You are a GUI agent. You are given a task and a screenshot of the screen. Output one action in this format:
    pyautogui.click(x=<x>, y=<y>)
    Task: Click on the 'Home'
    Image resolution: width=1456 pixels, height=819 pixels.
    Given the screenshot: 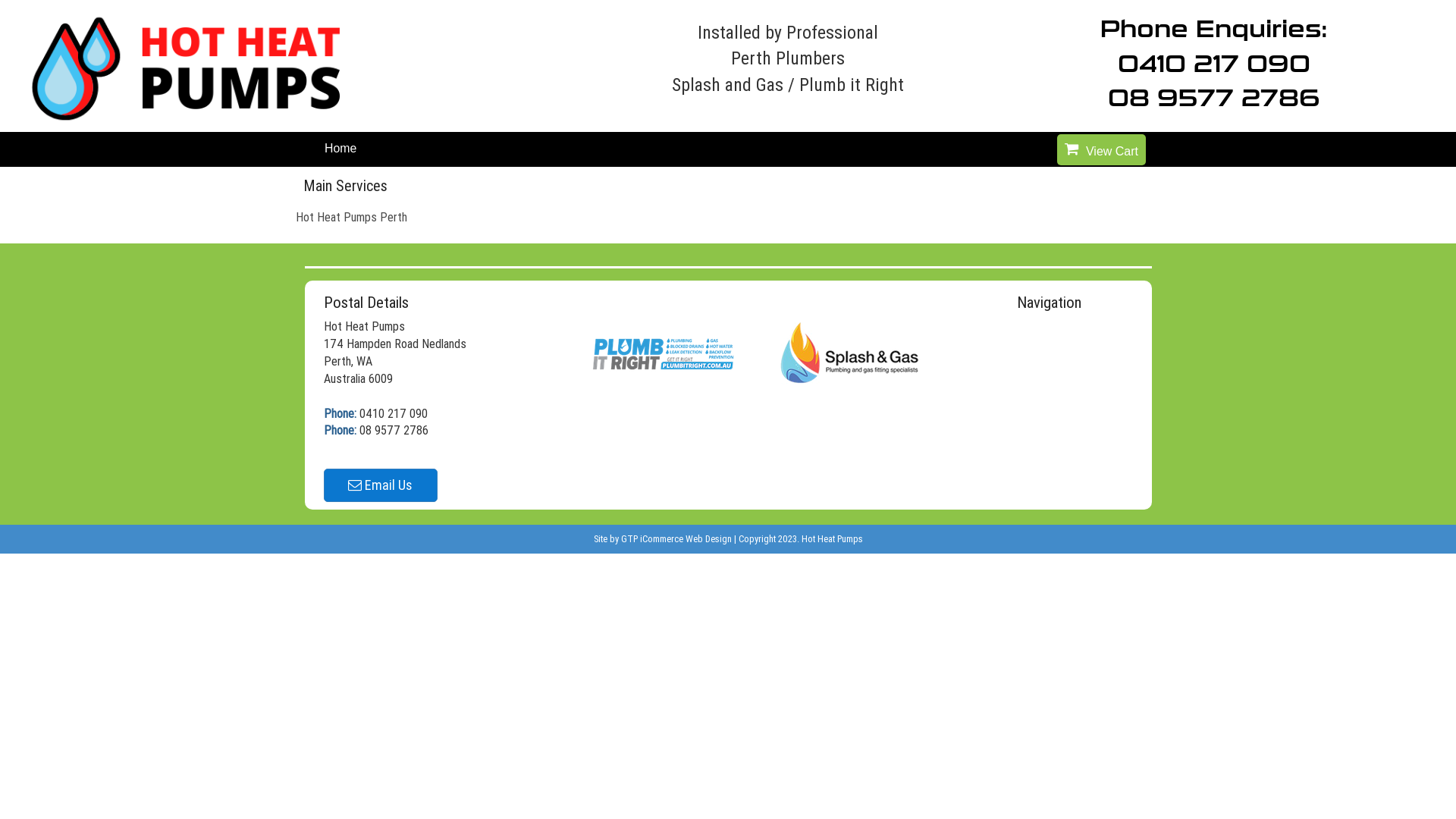 What is the action you would take?
    pyautogui.click(x=340, y=148)
    